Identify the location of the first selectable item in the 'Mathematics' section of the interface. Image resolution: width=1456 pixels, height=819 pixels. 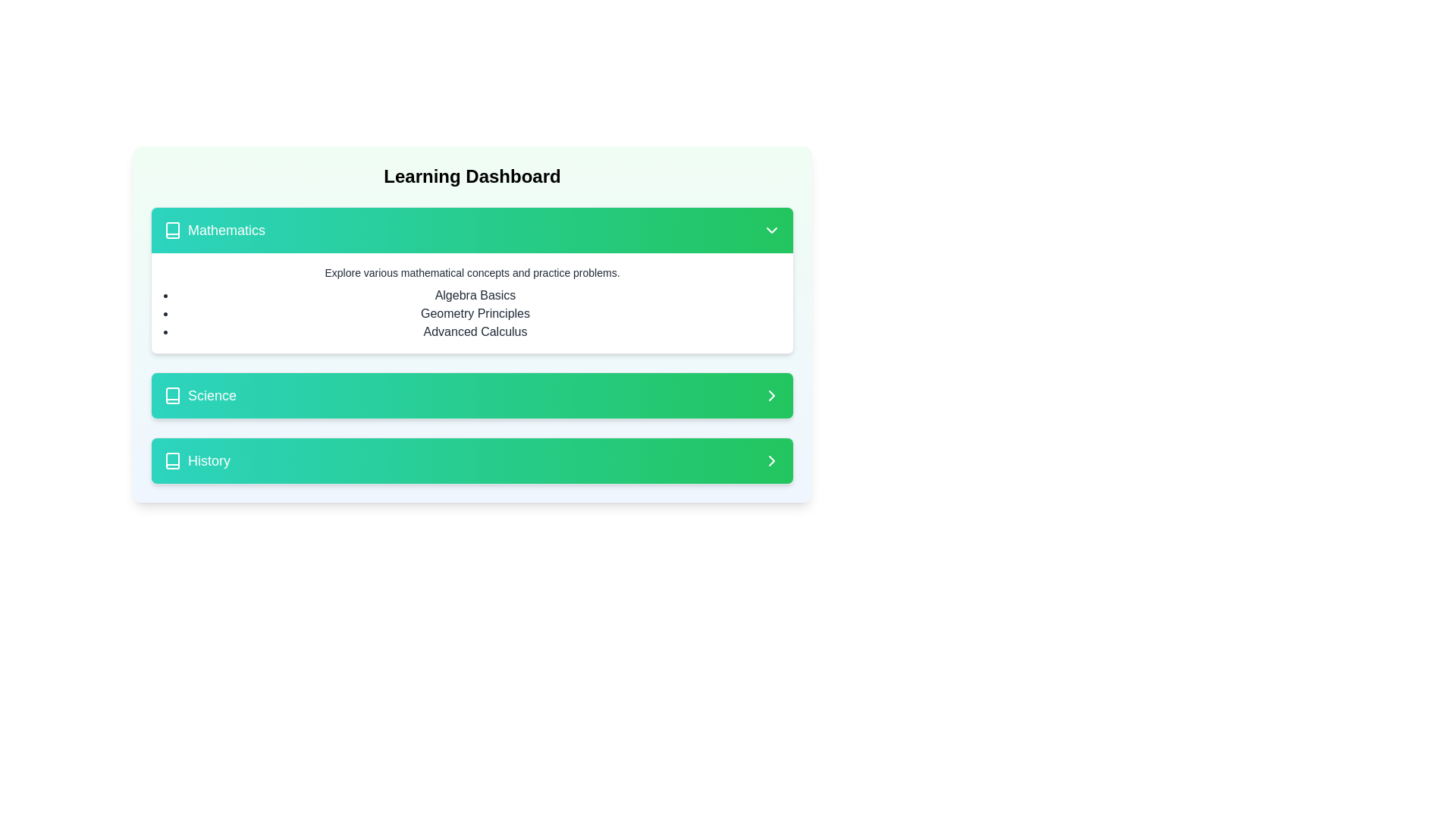
(475, 295).